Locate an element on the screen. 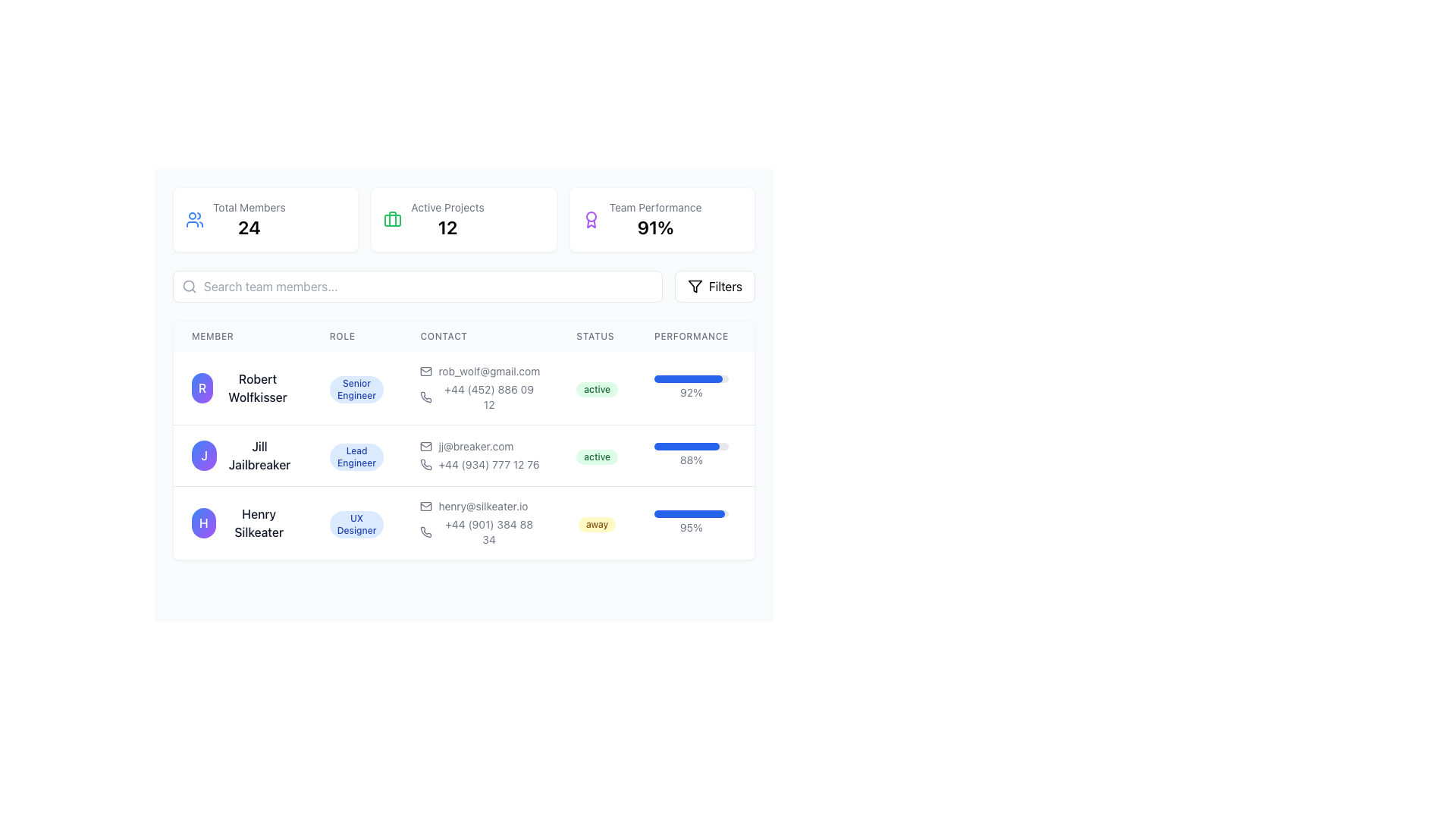  the minimalist phone icon located in the 'Contact' column next to Robert Wolfkisser's phone number '+44 (452) 886 09 12' as a visual cue is located at coordinates (425, 397).